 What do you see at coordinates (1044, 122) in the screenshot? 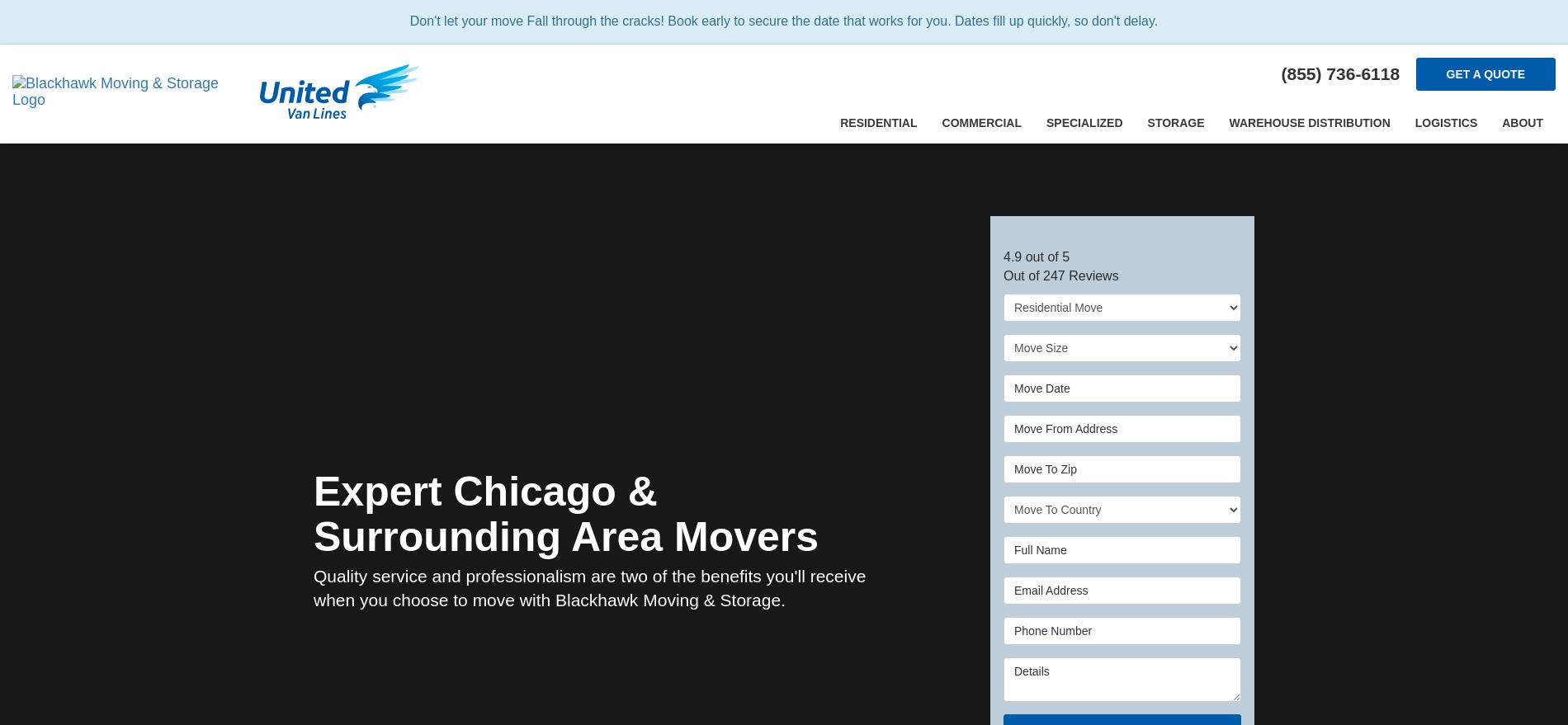
I see `'Specialized'` at bounding box center [1044, 122].